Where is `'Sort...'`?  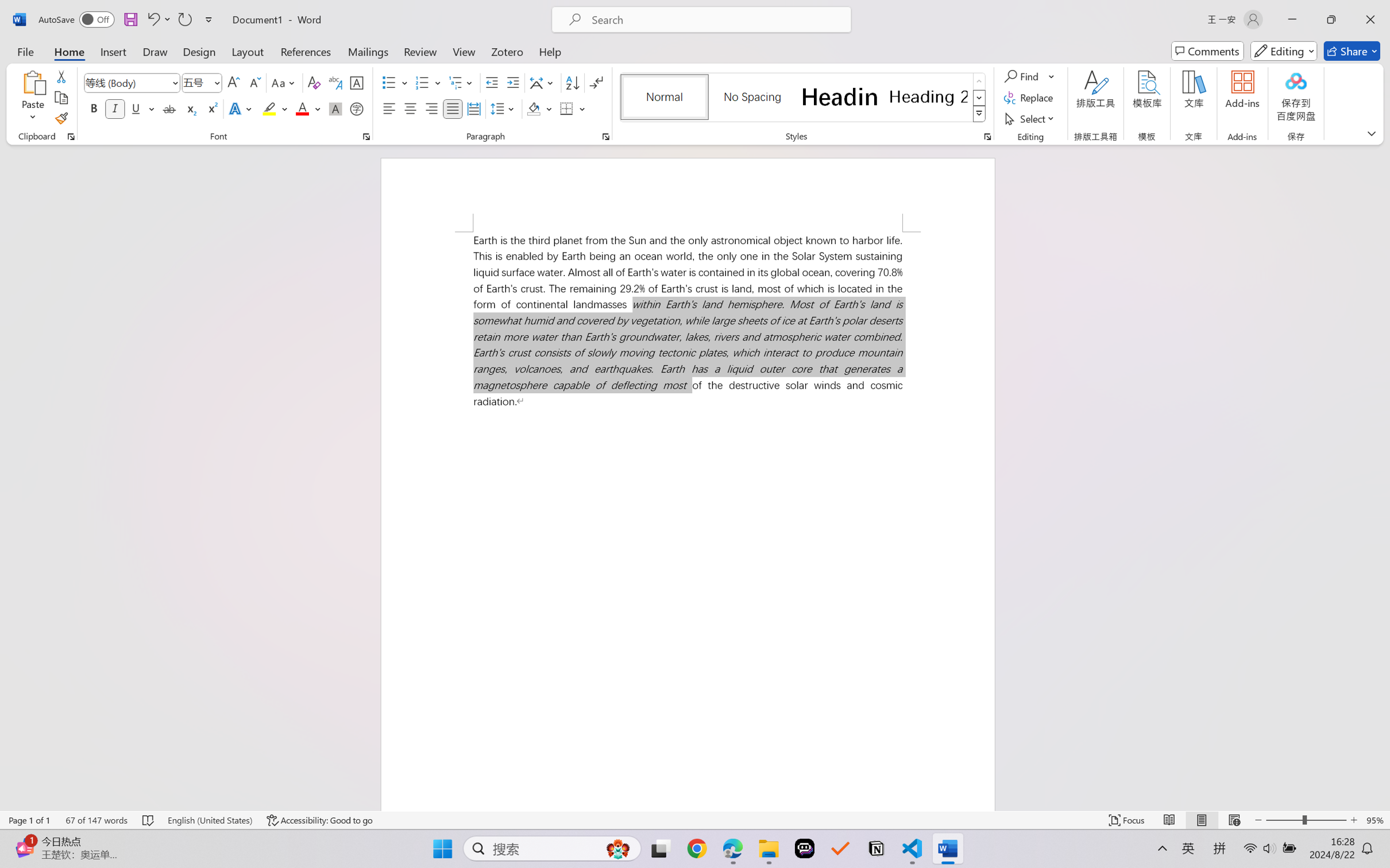 'Sort...' is located at coordinates (572, 83).